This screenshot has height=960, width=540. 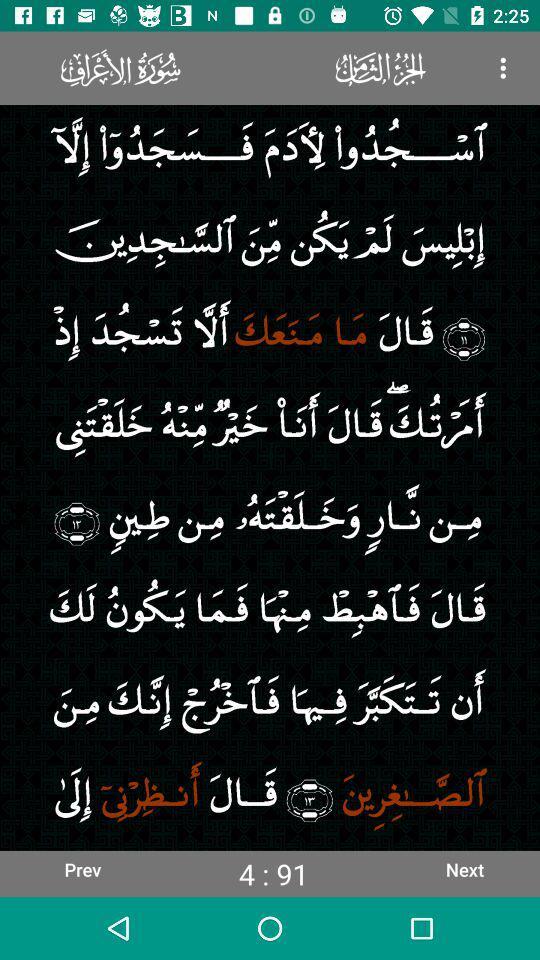 I want to click on the icon at the top right corner, so click(x=502, y=68).